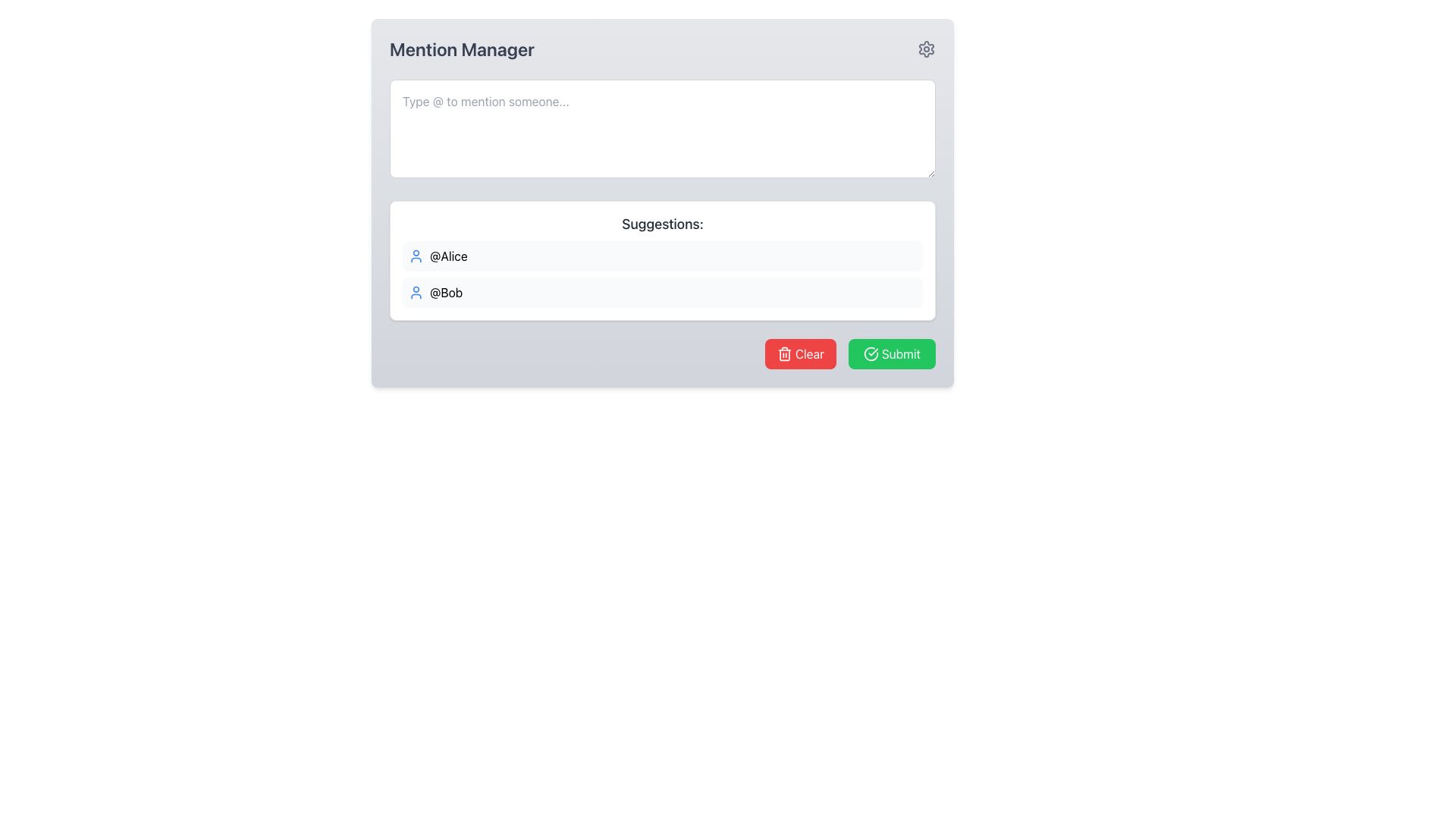  Describe the element at coordinates (926, 49) in the screenshot. I see `the settings icon located in the top-right corner of the 'Mention Manager' interface, which represents the main gear outline` at that location.